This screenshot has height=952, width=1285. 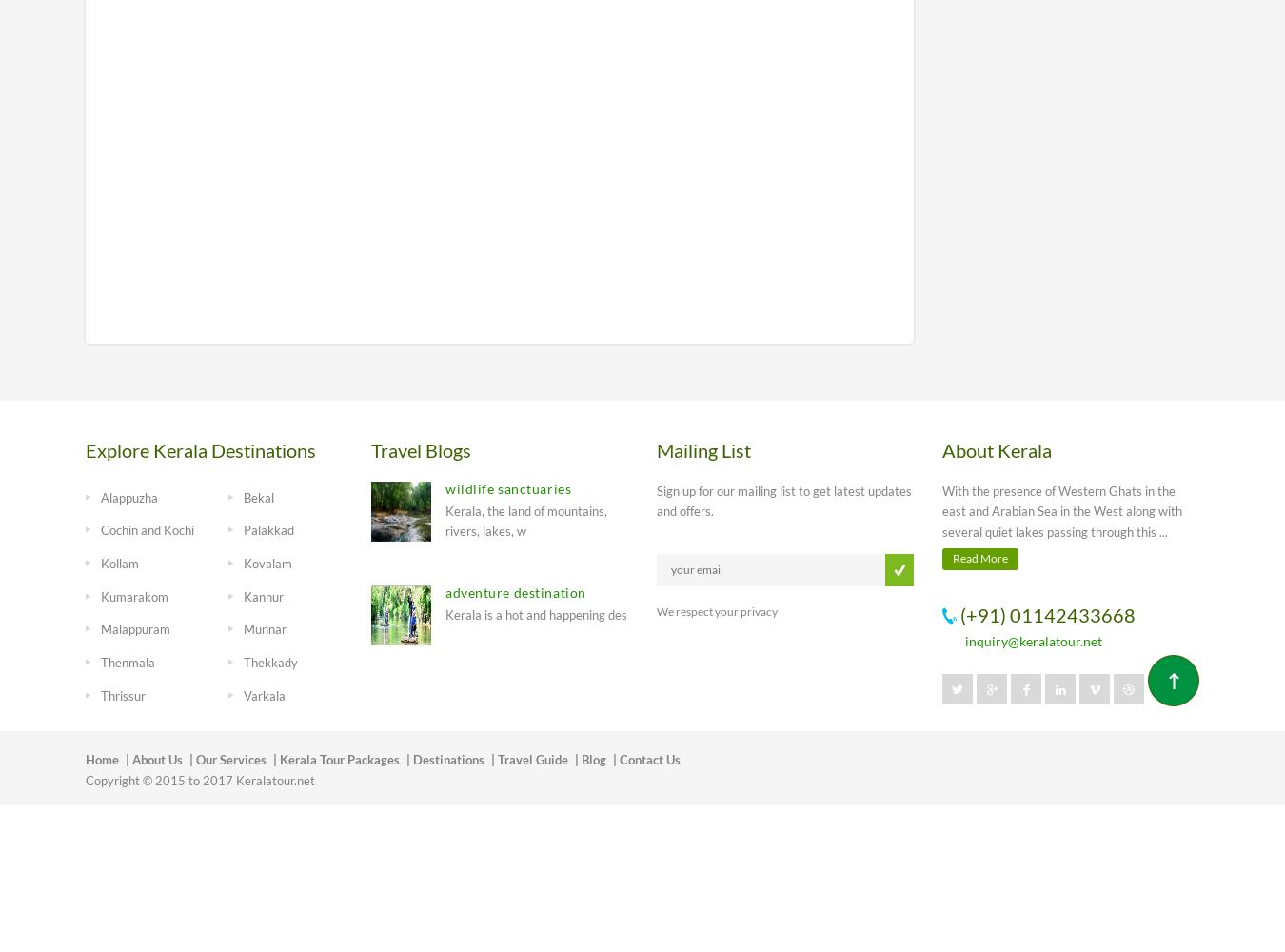 I want to click on 'Kumarakom', so click(x=99, y=596).